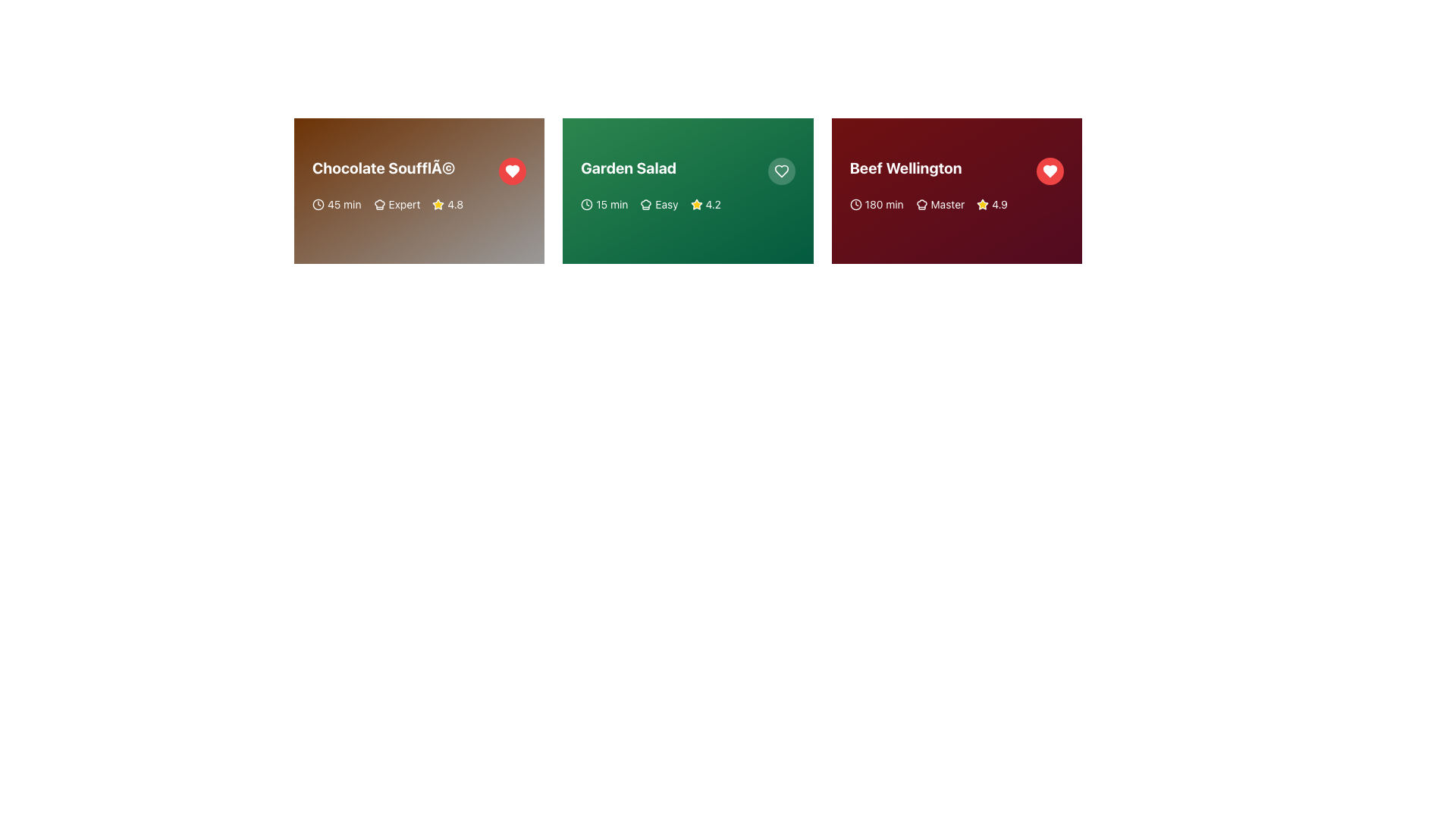 The width and height of the screenshot is (1456, 819). I want to click on the 'Master' difficulty level label located under the '180 min' preparation time in the third card labeled 'Beef Wellington', so click(939, 205).